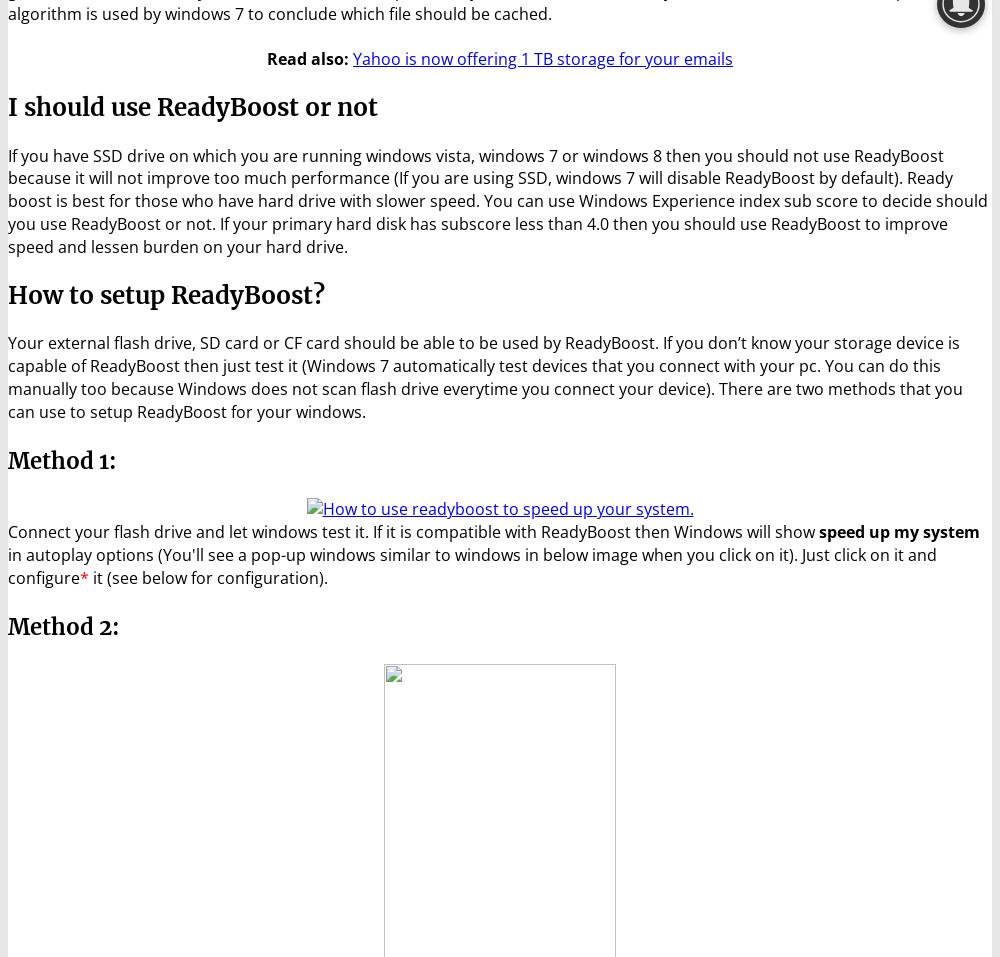  What do you see at coordinates (8, 565) in the screenshot?
I see `'in autoplay options (You'll see a pop-up windows similar to windows in below image when you click on it). Just click on it and configure'` at bounding box center [8, 565].